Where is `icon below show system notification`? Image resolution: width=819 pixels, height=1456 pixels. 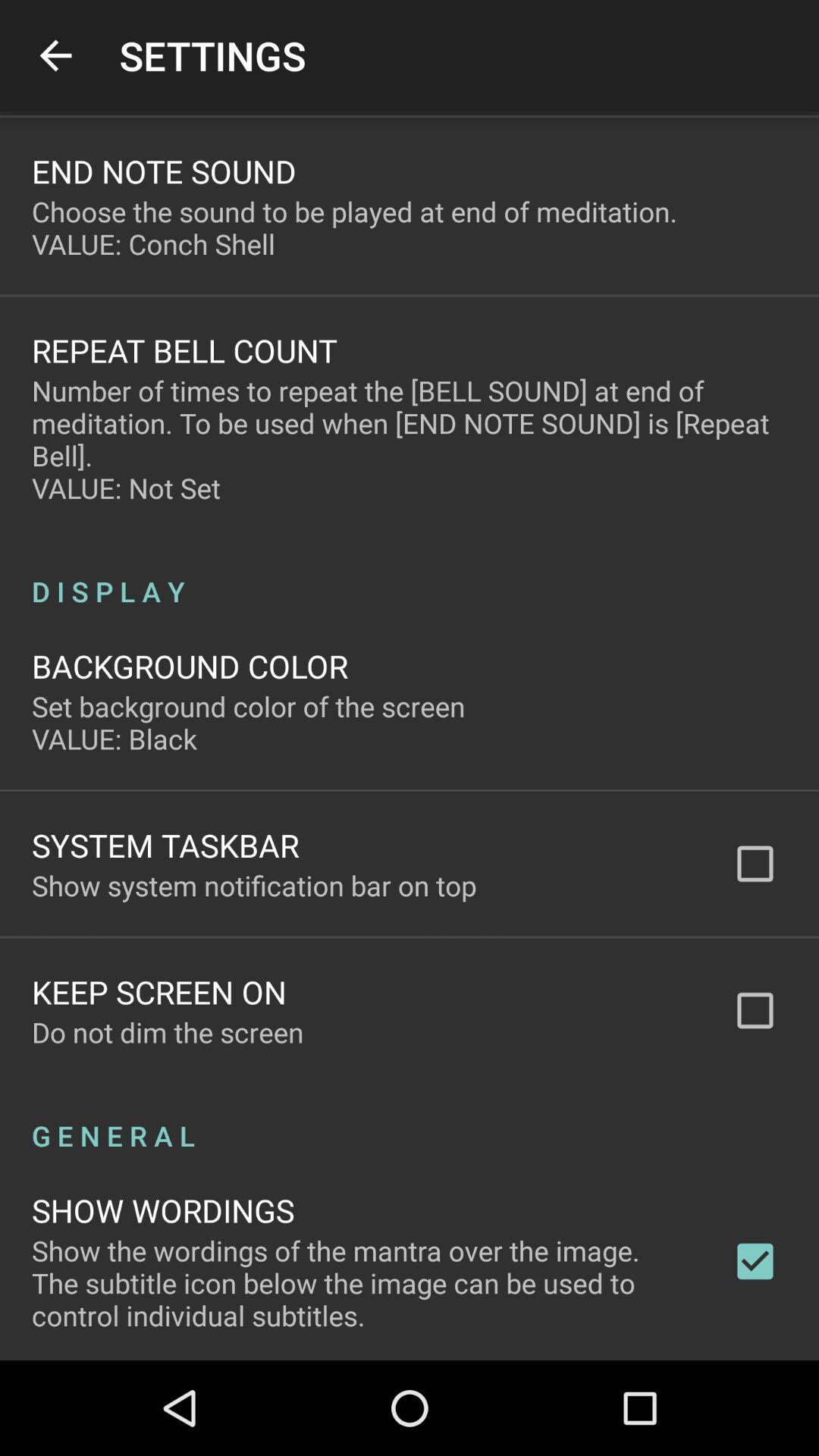
icon below show system notification is located at coordinates (158, 992).